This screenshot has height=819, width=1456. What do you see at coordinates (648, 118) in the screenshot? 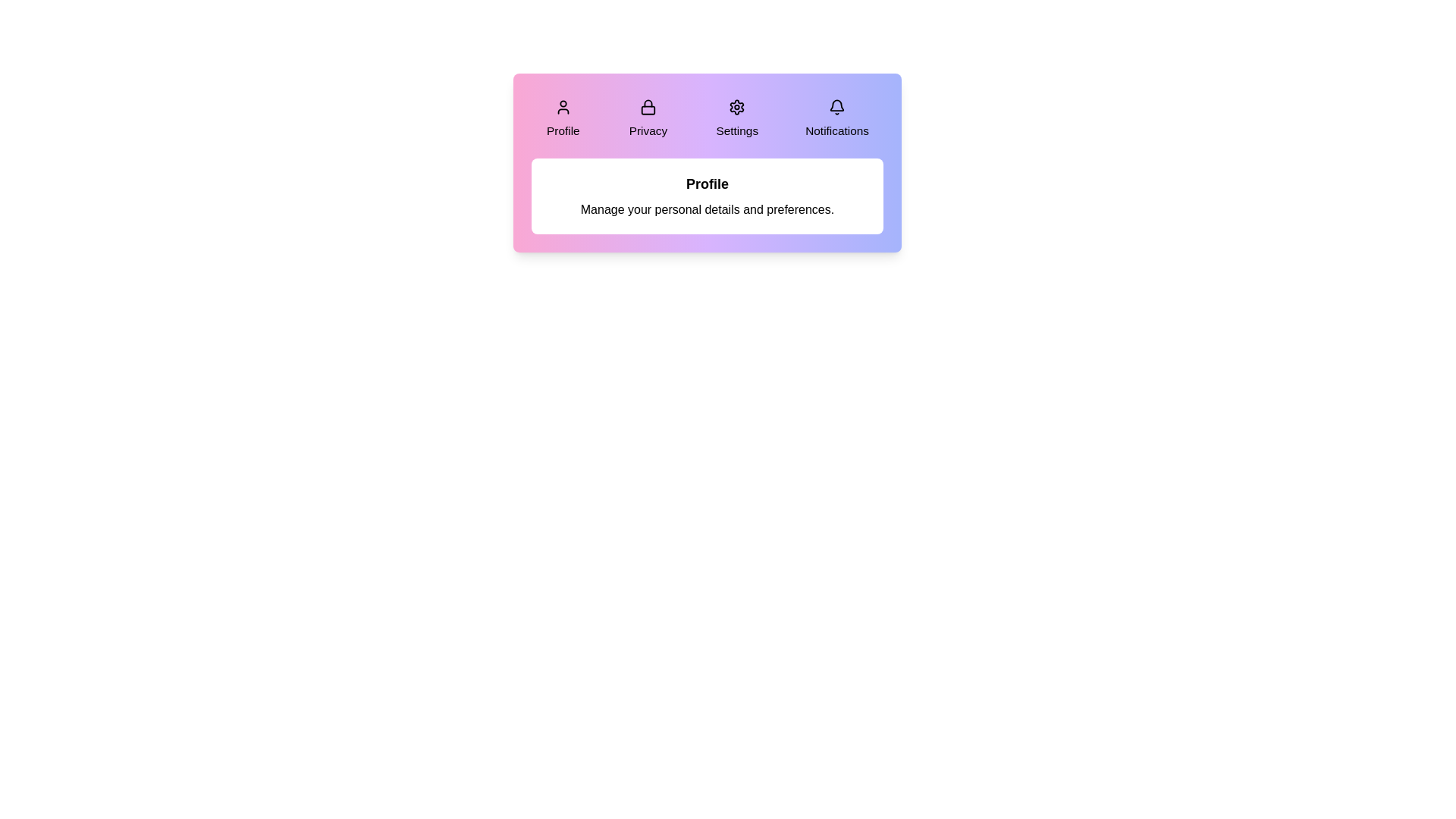
I see `the Privacy tab by clicking on it` at bounding box center [648, 118].